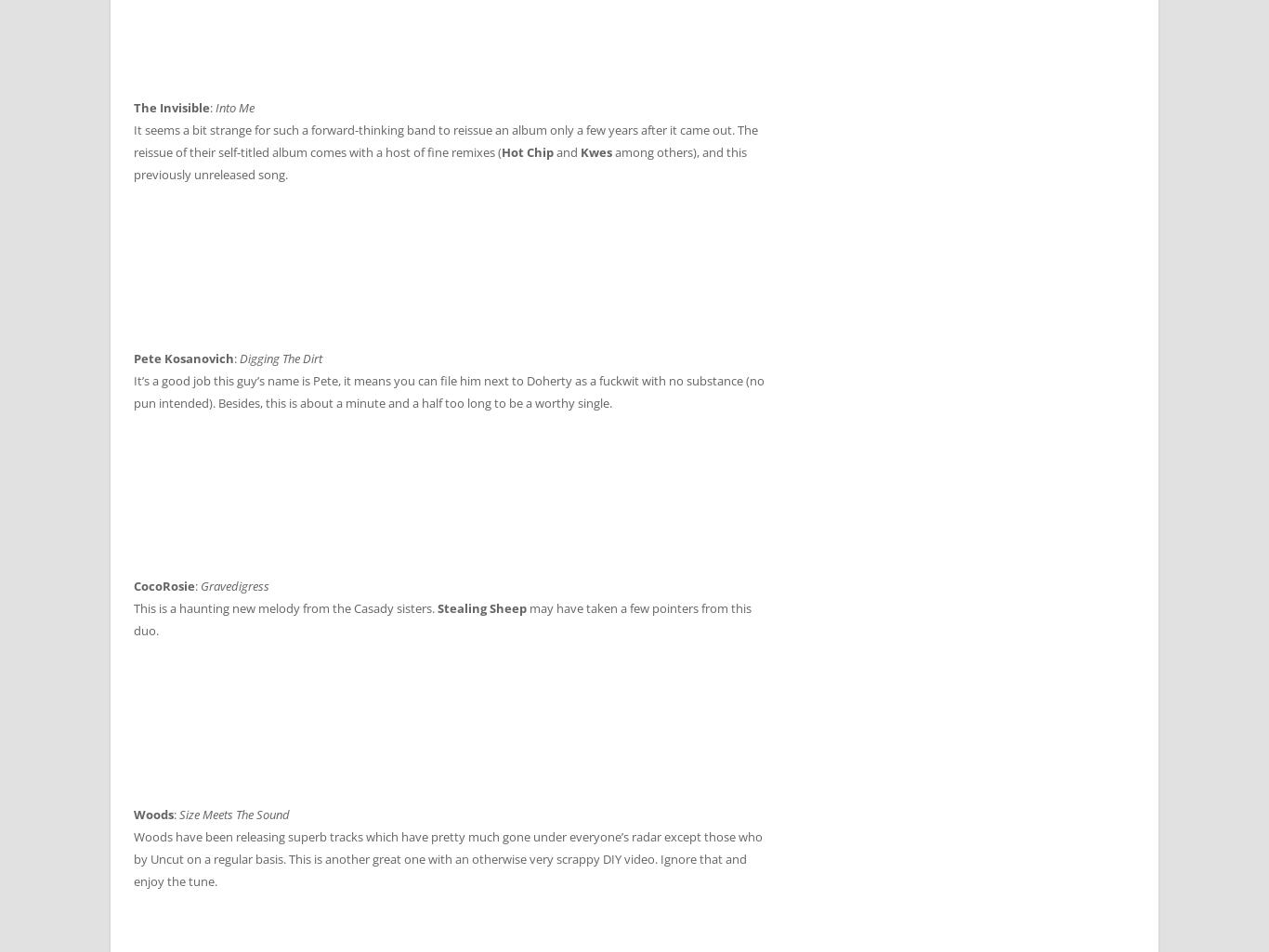 This screenshot has width=1269, height=952. Describe the element at coordinates (182, 357) in the screenshot. I see `'Pete Kosanovich'` at that location.